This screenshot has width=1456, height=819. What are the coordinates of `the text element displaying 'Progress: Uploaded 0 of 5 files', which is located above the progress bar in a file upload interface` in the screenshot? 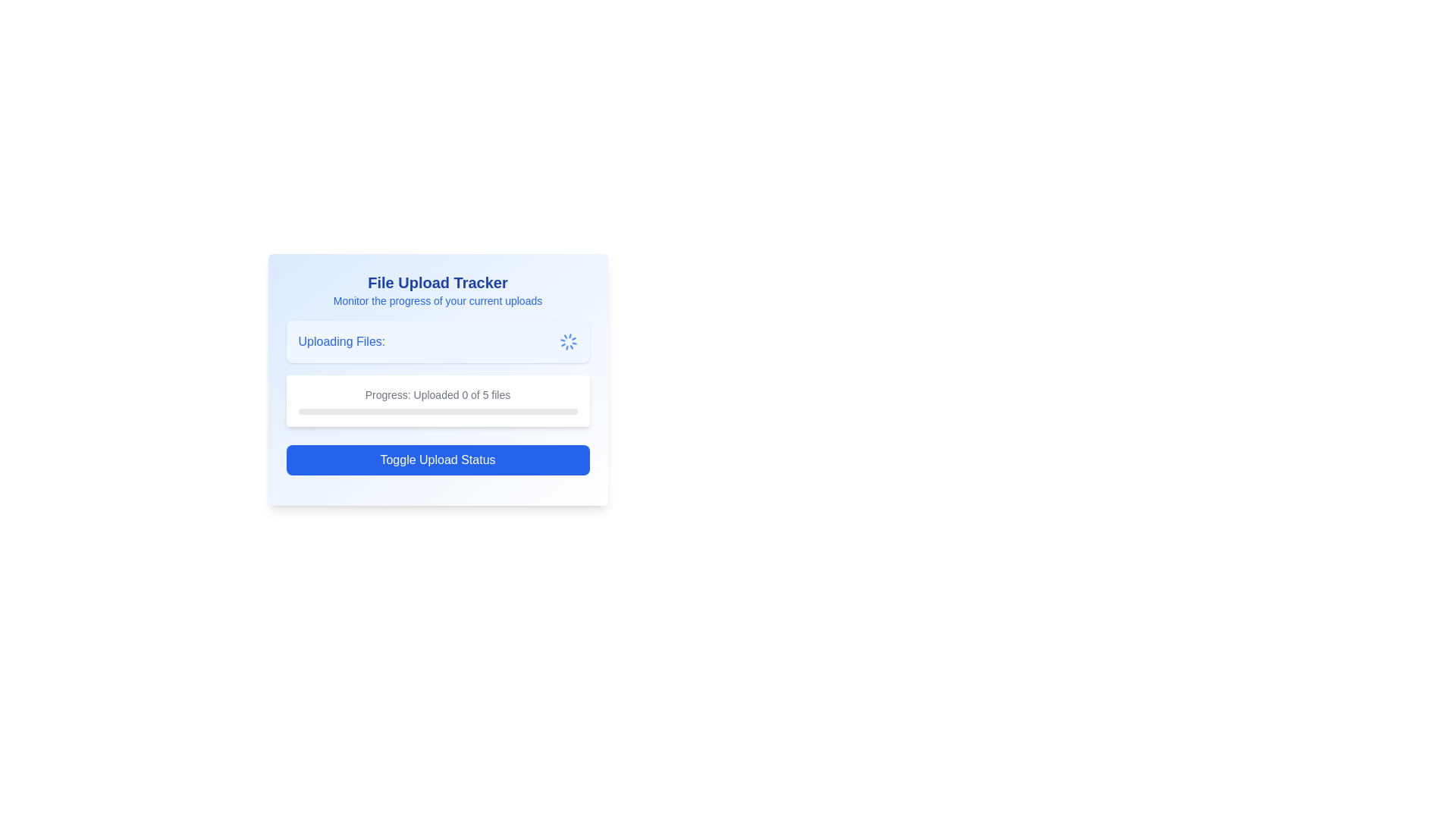 It's located at (437, 394).